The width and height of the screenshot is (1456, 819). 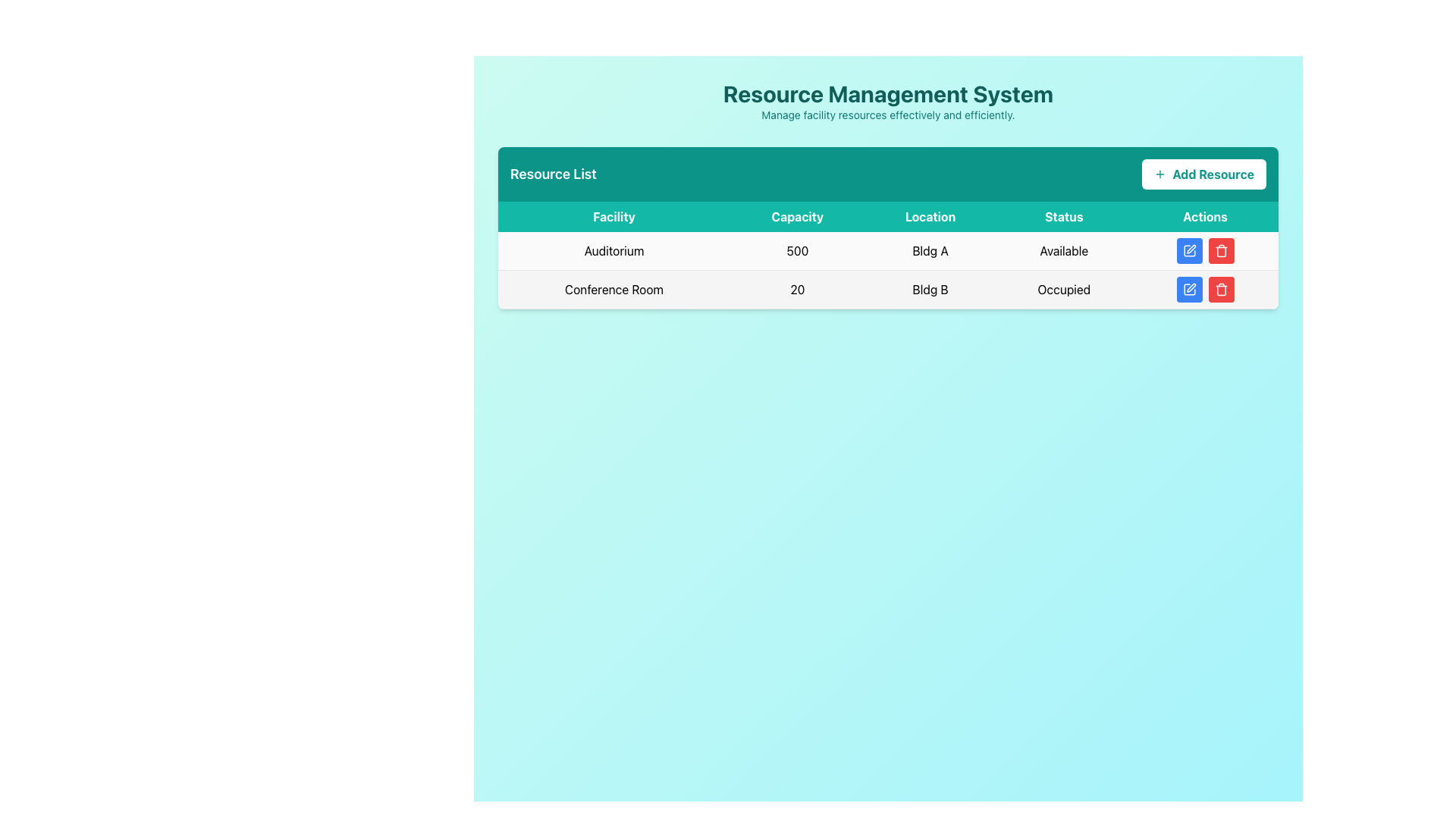 What do you see at coordinates (1204, 250) in the screenshot?
I see `the blue edit button in the Actions column of the first row of the Resource List table` at bounding box center [1204, 250].